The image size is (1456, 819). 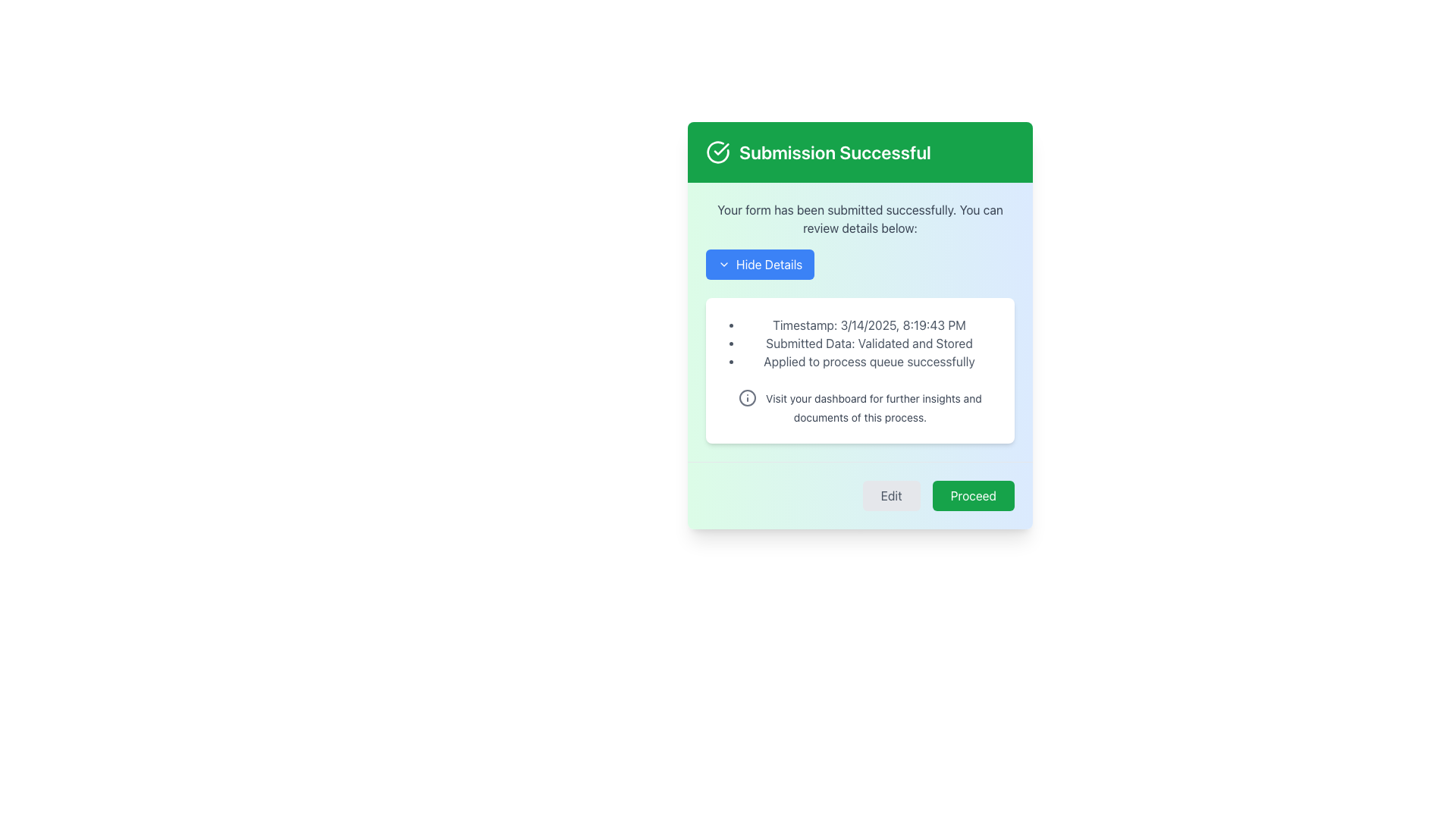 What do you see at coordinates (869, 362) in the screenshot?
I see `static text label displaying 'Applied to process queue successfully' located in the notification dialog titled 'Submission Successful'` at bounding box center [869, 362].